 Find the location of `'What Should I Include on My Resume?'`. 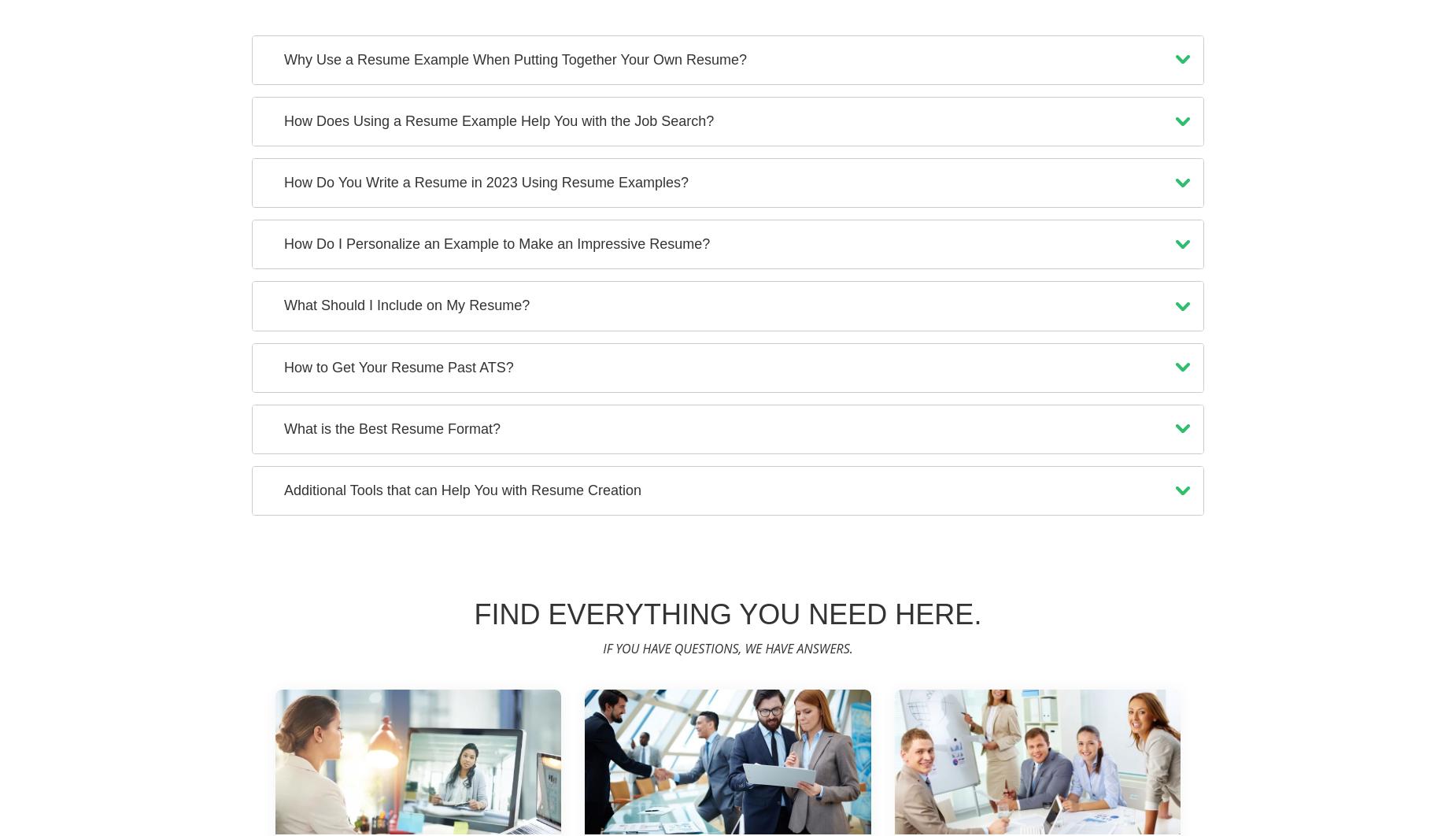

'What Should I Include on My Resume?' is located at coordinates (407, 304).